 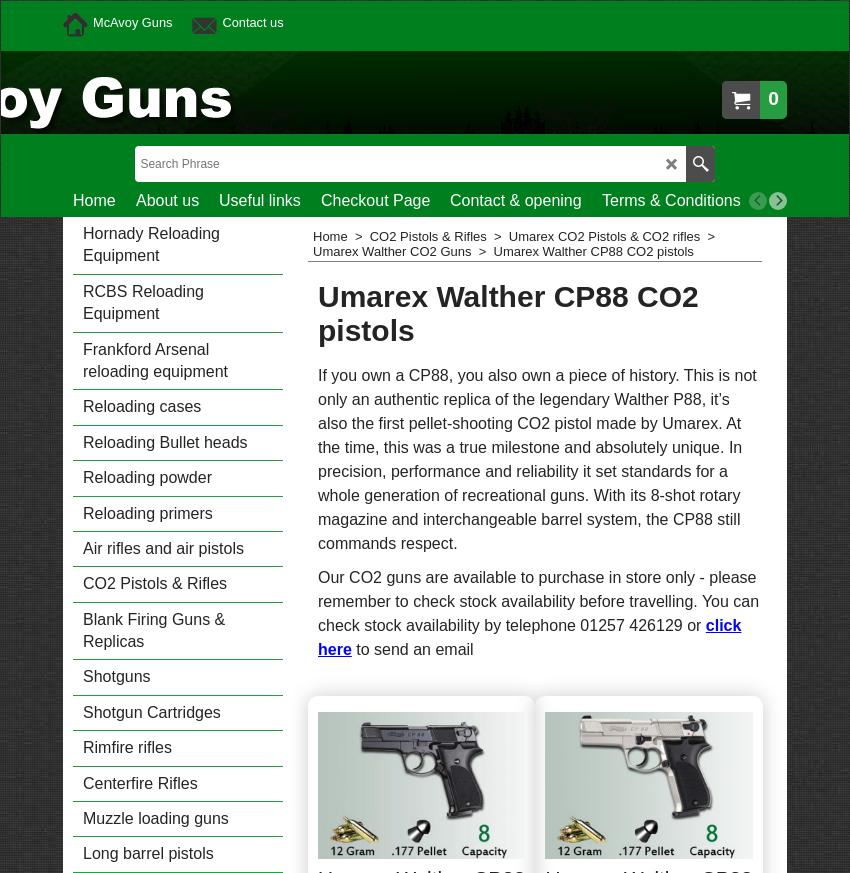 I want to click on 'Contact us', so click(x=252, y=21).